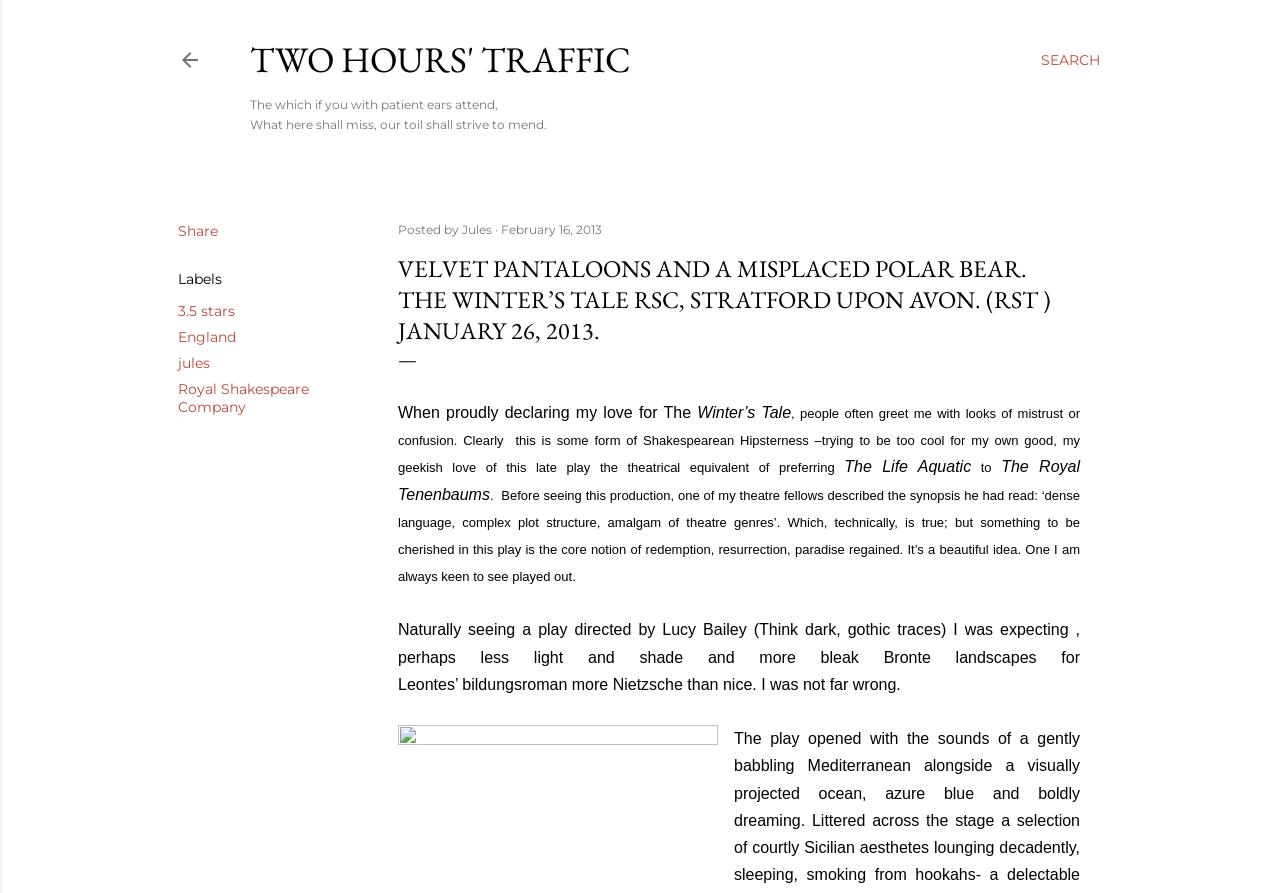  Describe the element at coordinates (397, 656) in the screenshot. I see `'Naturally seeing a play directed by Lucy Bailey (Think dark, gothic traces) I was expecting , perhaps less light and shade and more bleak Bronte landscapes for Leontes’ bildungsroman'` at that location.